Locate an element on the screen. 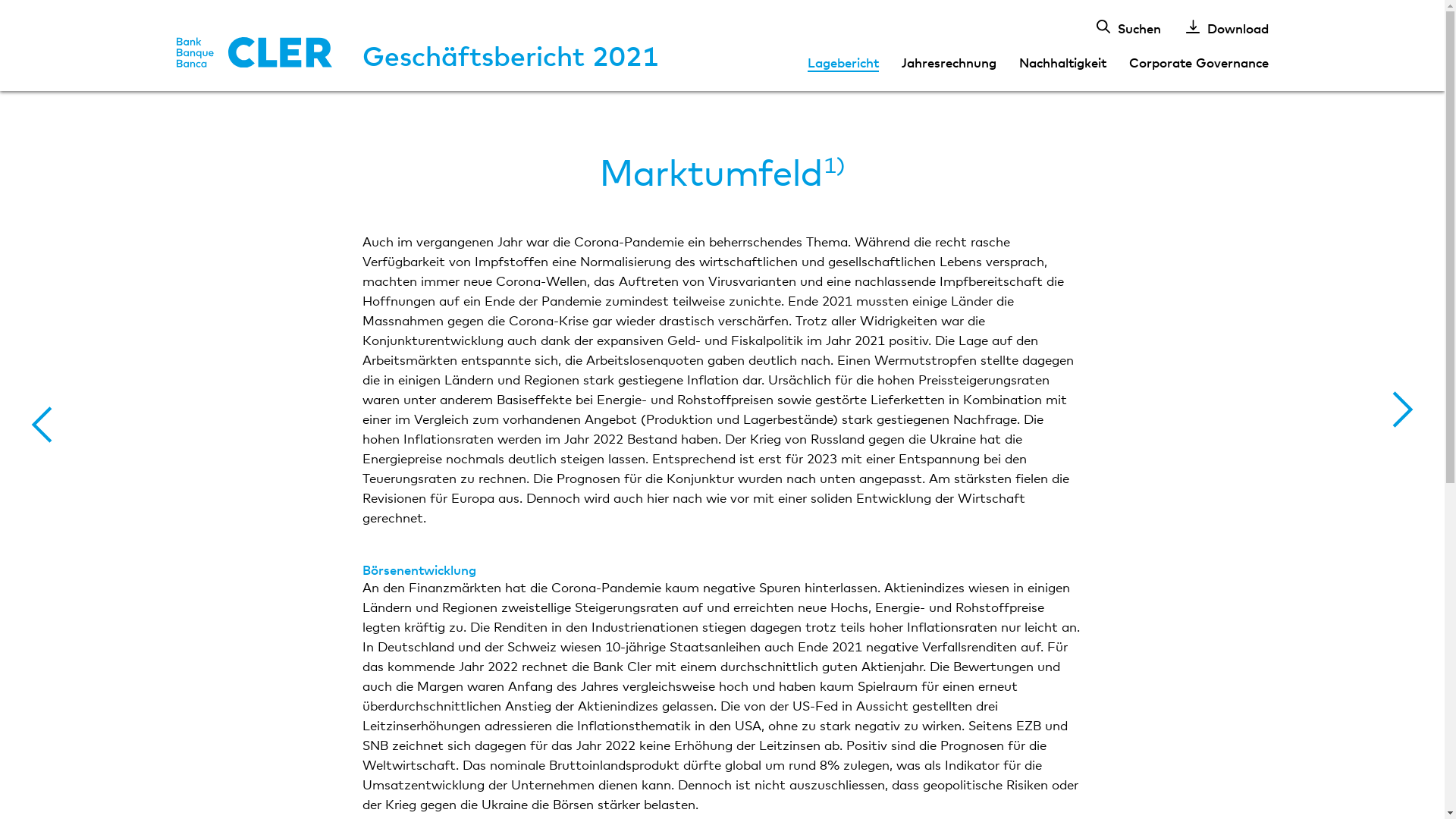  'Jahresrechnung' is located at coordinates (948, 61).